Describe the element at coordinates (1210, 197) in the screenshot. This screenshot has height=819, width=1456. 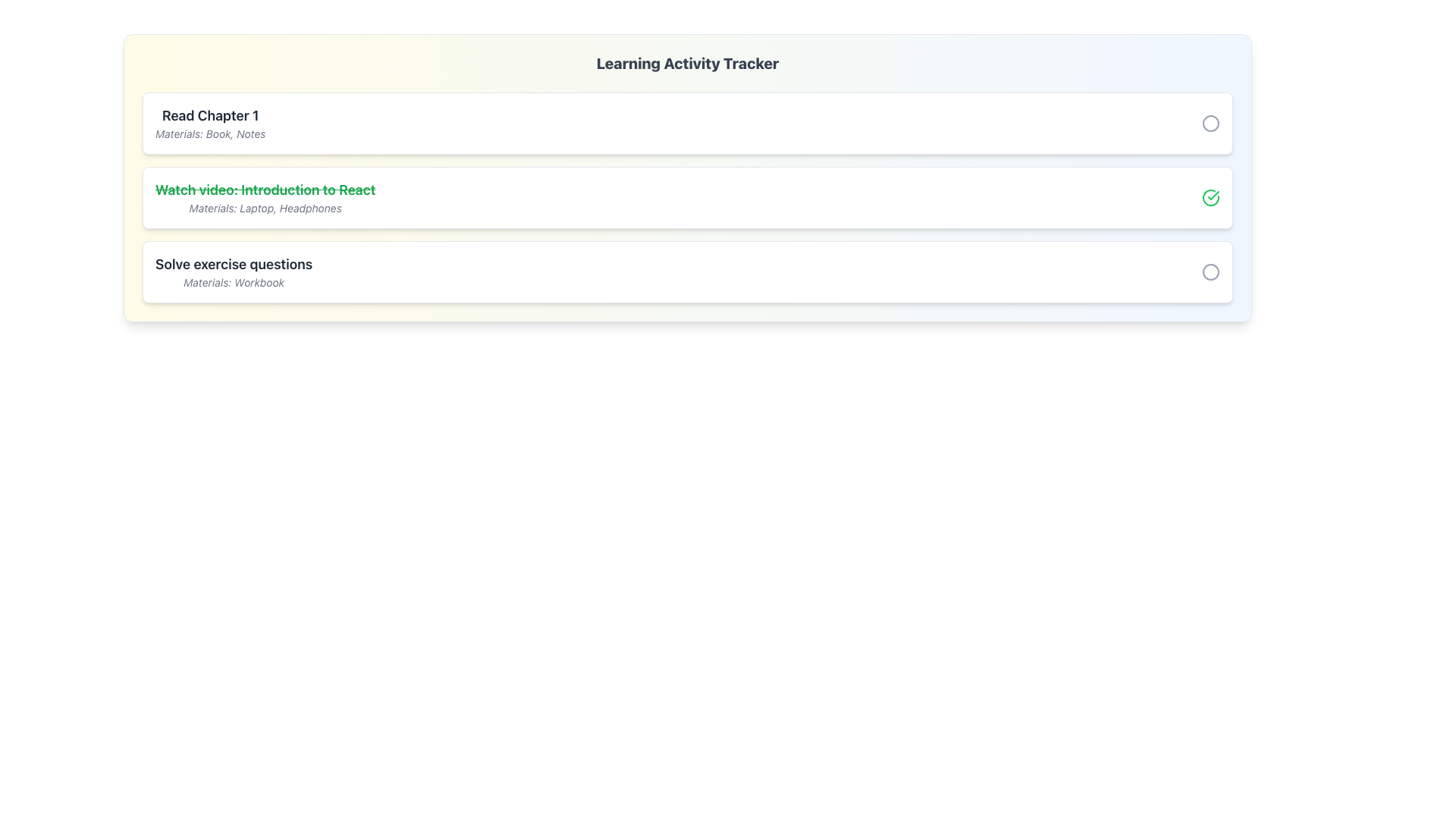
I see `the status indicator icon located on the right side of the second list item in the vertical stack, which visually indicates the completion or successful status of an associated task` at that location.